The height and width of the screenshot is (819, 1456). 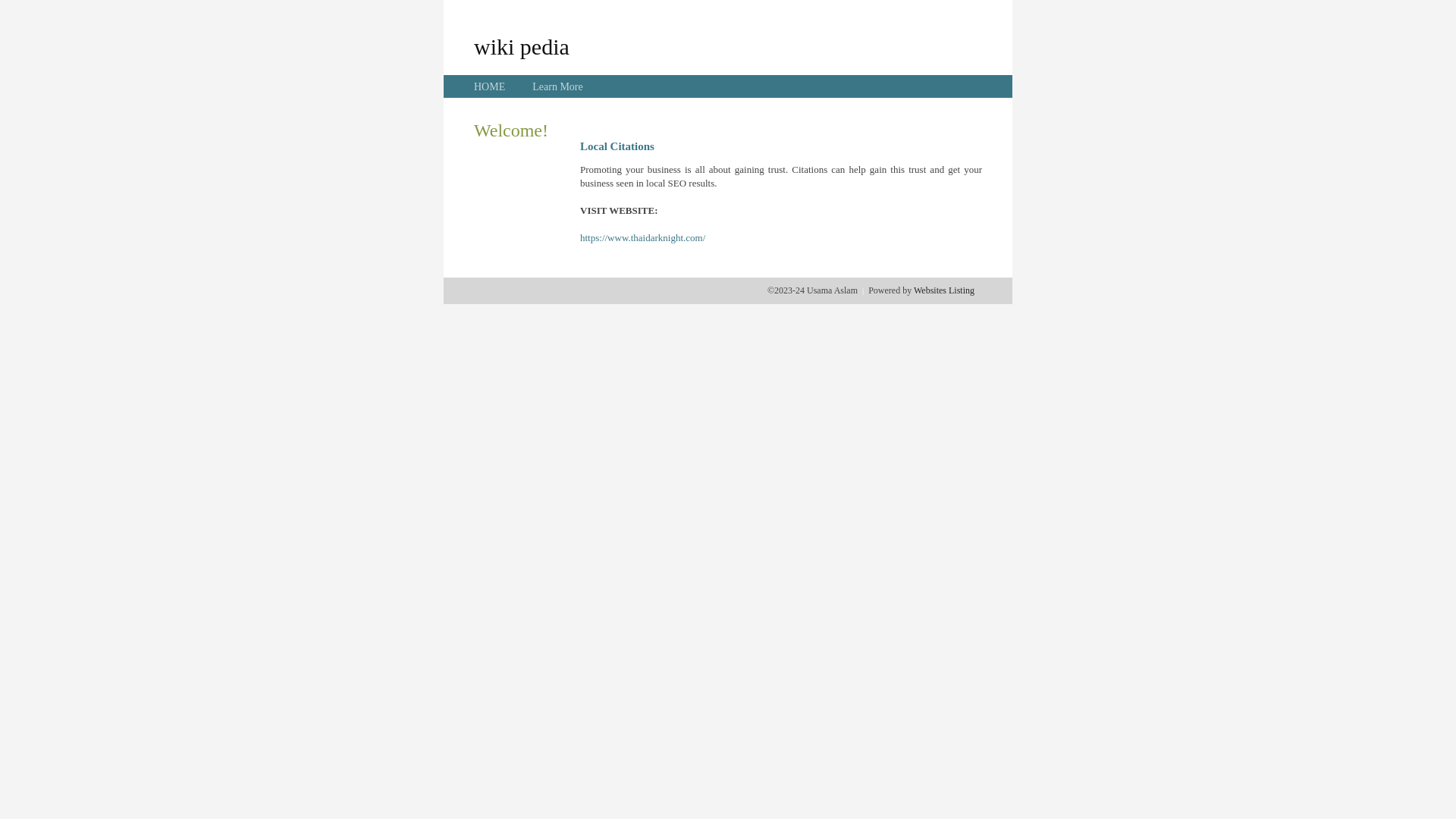 What do you see at coordinates (943, 290) in the screenshot?
I see `'Websites Listing'` at bounding box center [943, 290].